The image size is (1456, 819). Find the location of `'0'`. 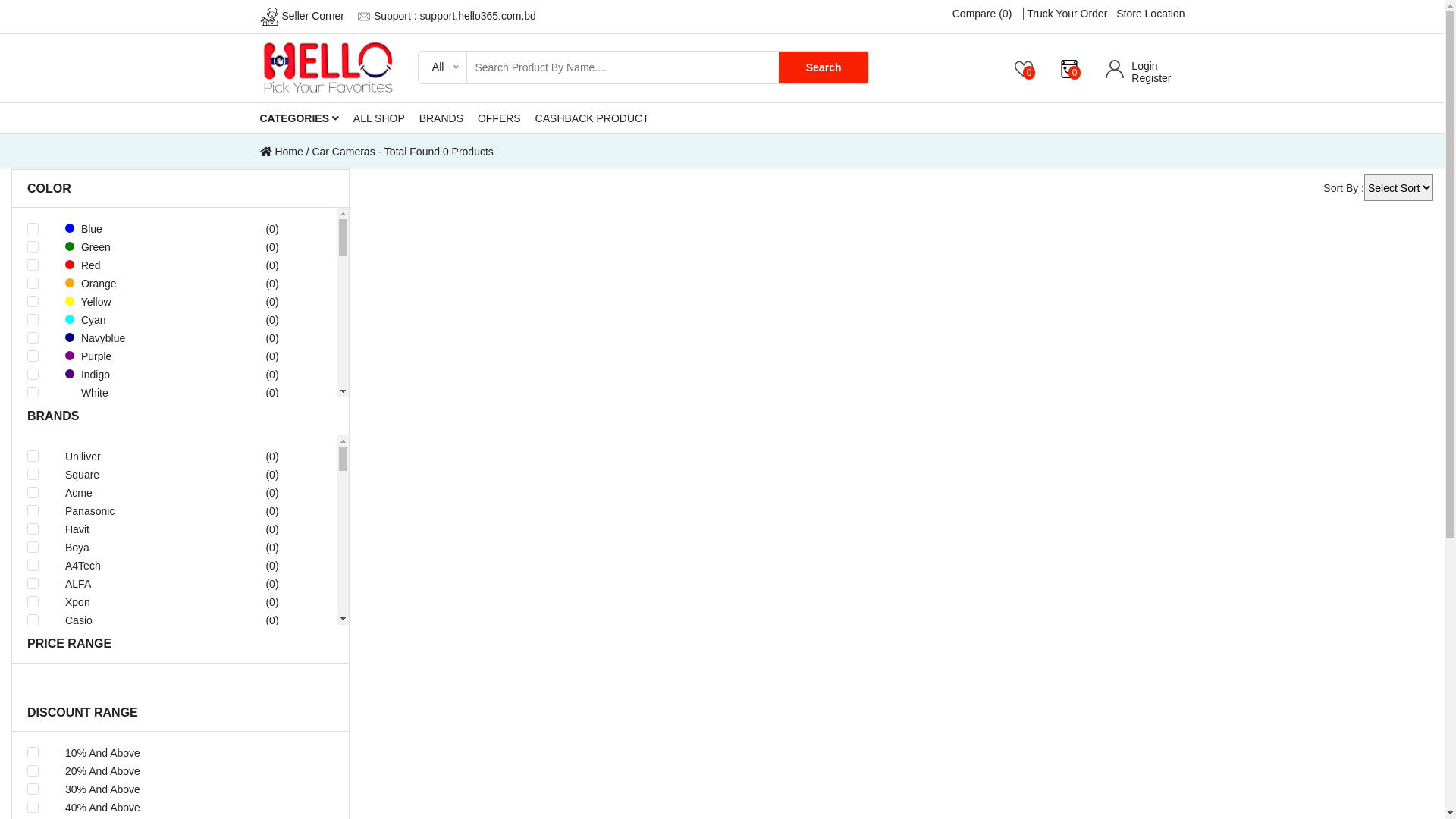

'0' is located at coordinates (1068, 67).